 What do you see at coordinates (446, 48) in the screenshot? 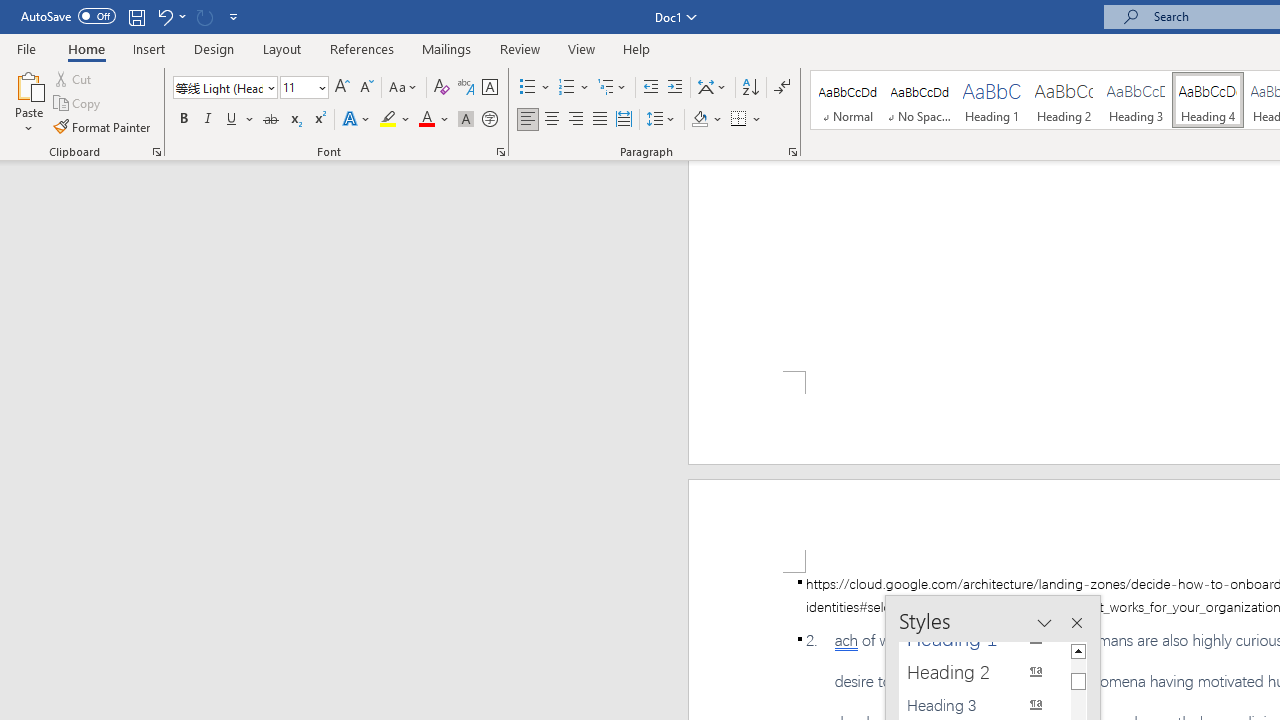
I see `'Mailings'` at bounding box center [446, 48].